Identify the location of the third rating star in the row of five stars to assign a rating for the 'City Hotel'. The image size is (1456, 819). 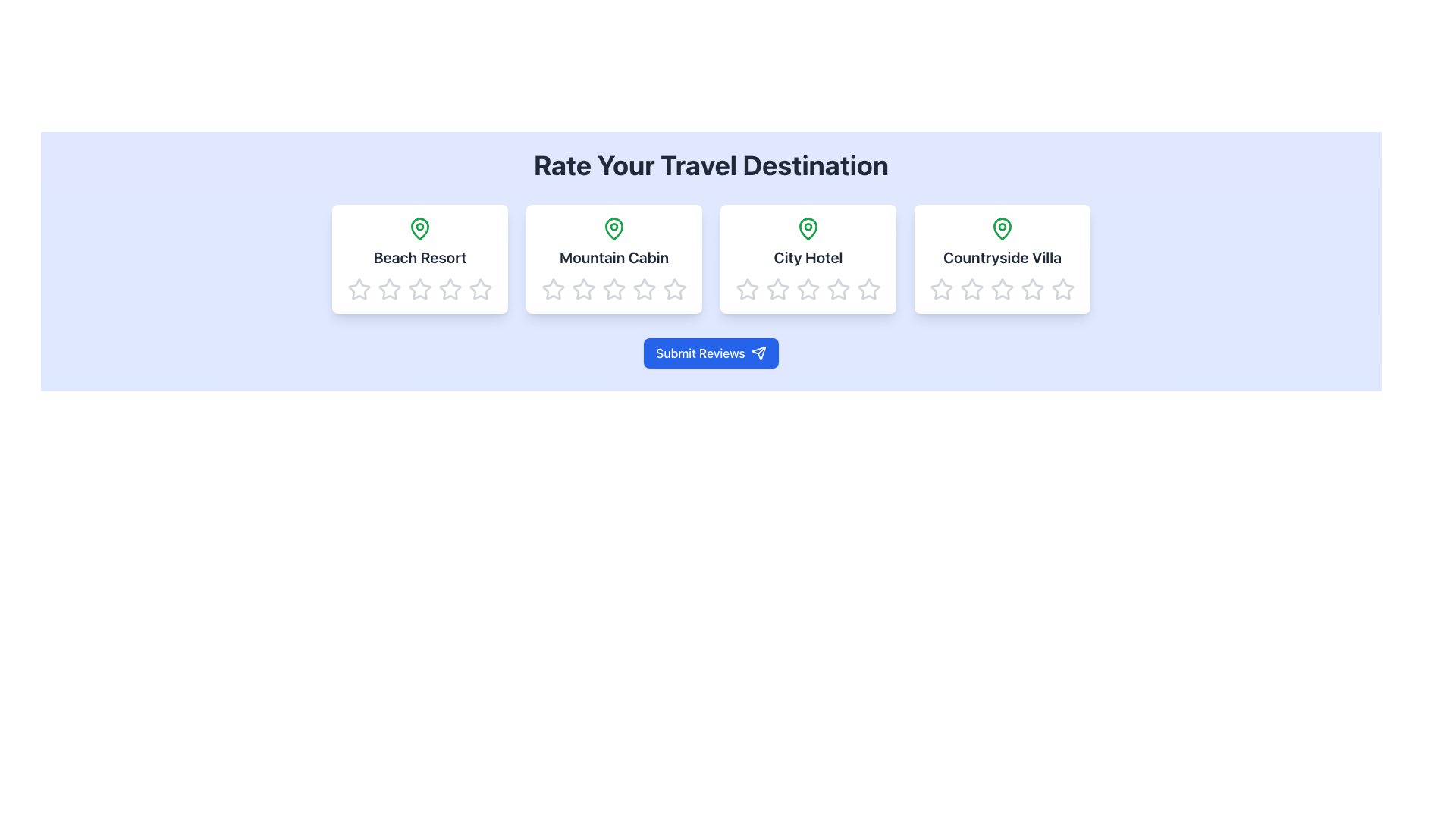
(837, 289).